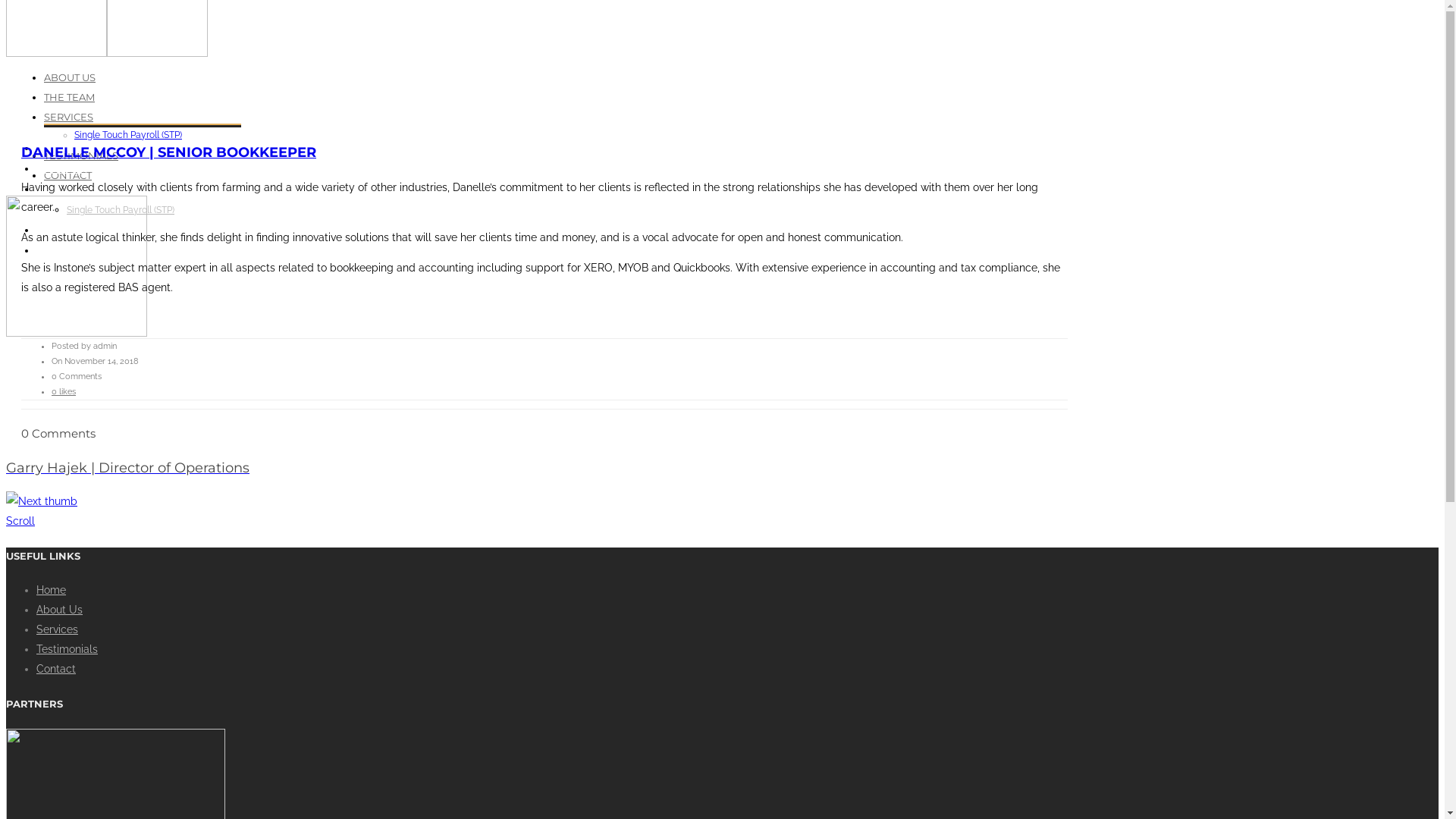 The width and height of the screenshot is (1456, 819). Describe the element at coordinates (51, 589) in the screenshot. I see `'Home'` at that location.